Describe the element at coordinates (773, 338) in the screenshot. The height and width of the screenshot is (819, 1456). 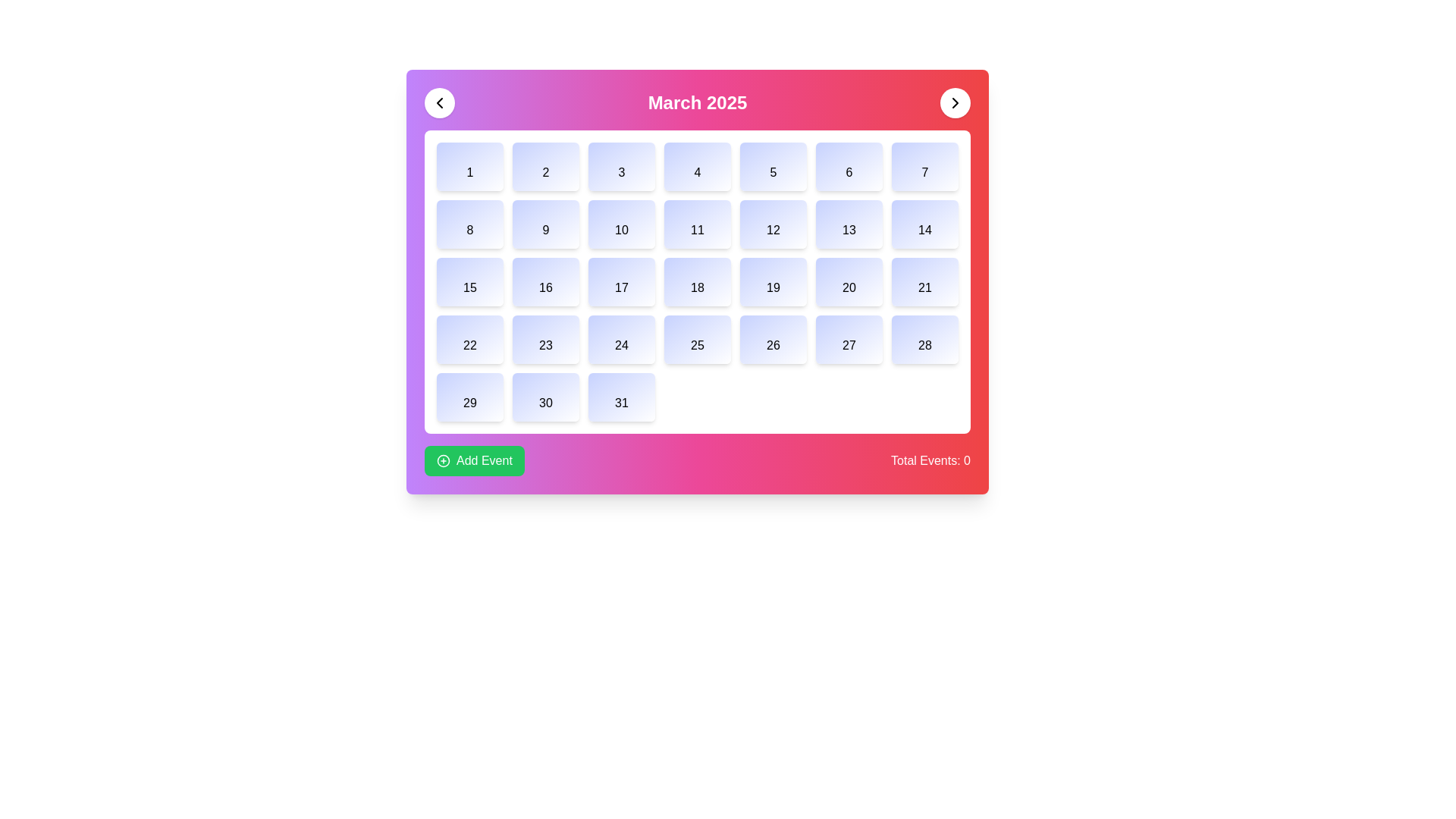
I see `the Date Tile representing the 26th day in the March 2025 calendar` at that location.